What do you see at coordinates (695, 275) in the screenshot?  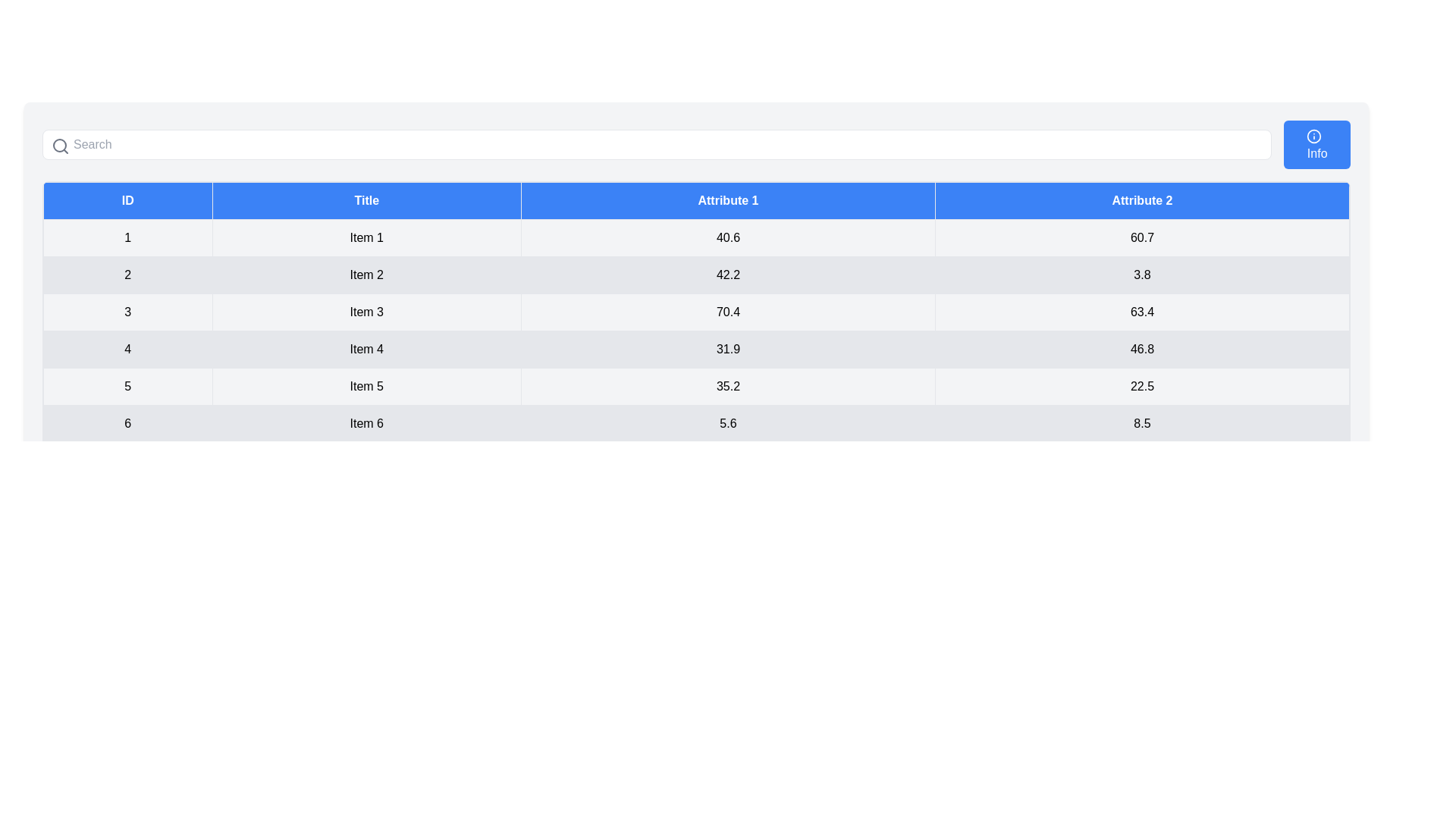 I see `the row corresponding to the ID 2 in the table` at bounding box center [695, 275].